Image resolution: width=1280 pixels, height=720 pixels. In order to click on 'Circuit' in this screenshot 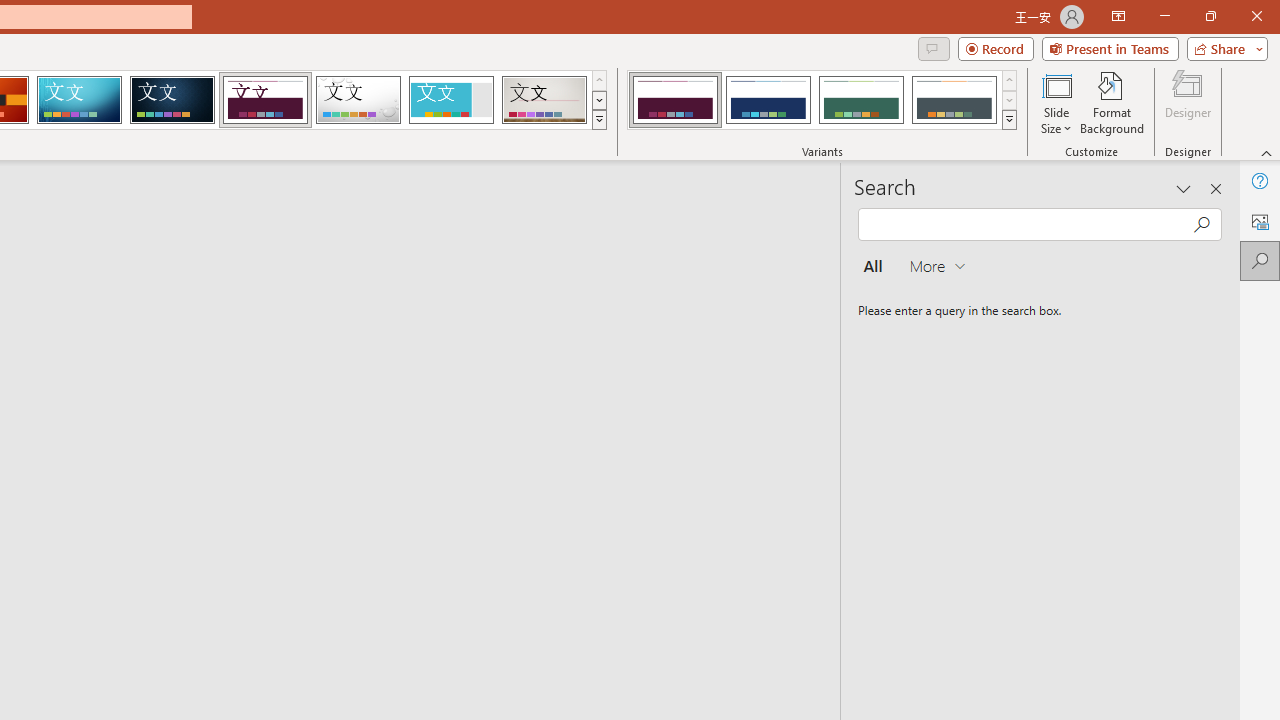, I will do `click(79, 100)`.